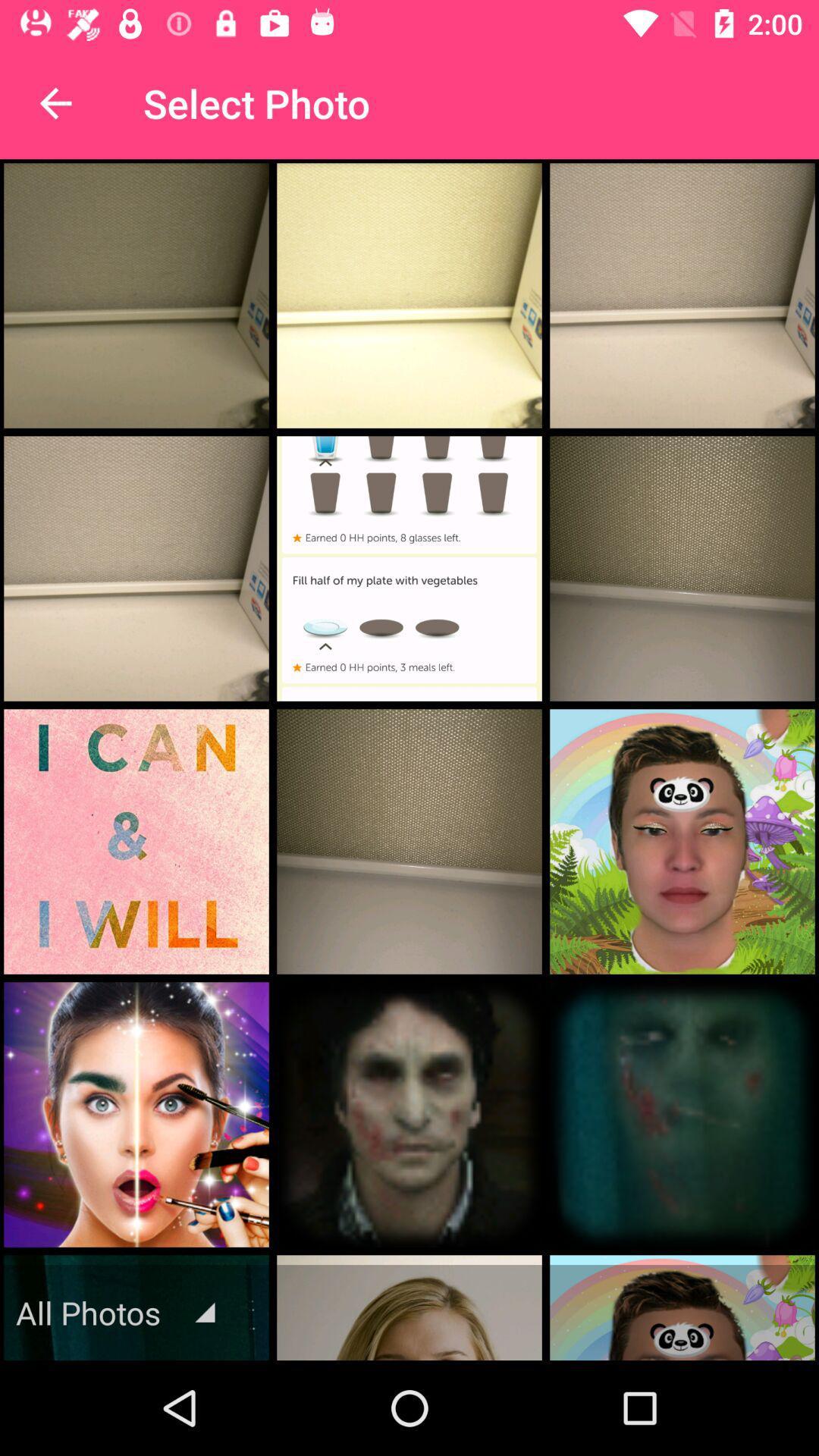 This screenshot has height=1456, width=819. I want to click on the item to the left of the select photo item, so click(55, 102).